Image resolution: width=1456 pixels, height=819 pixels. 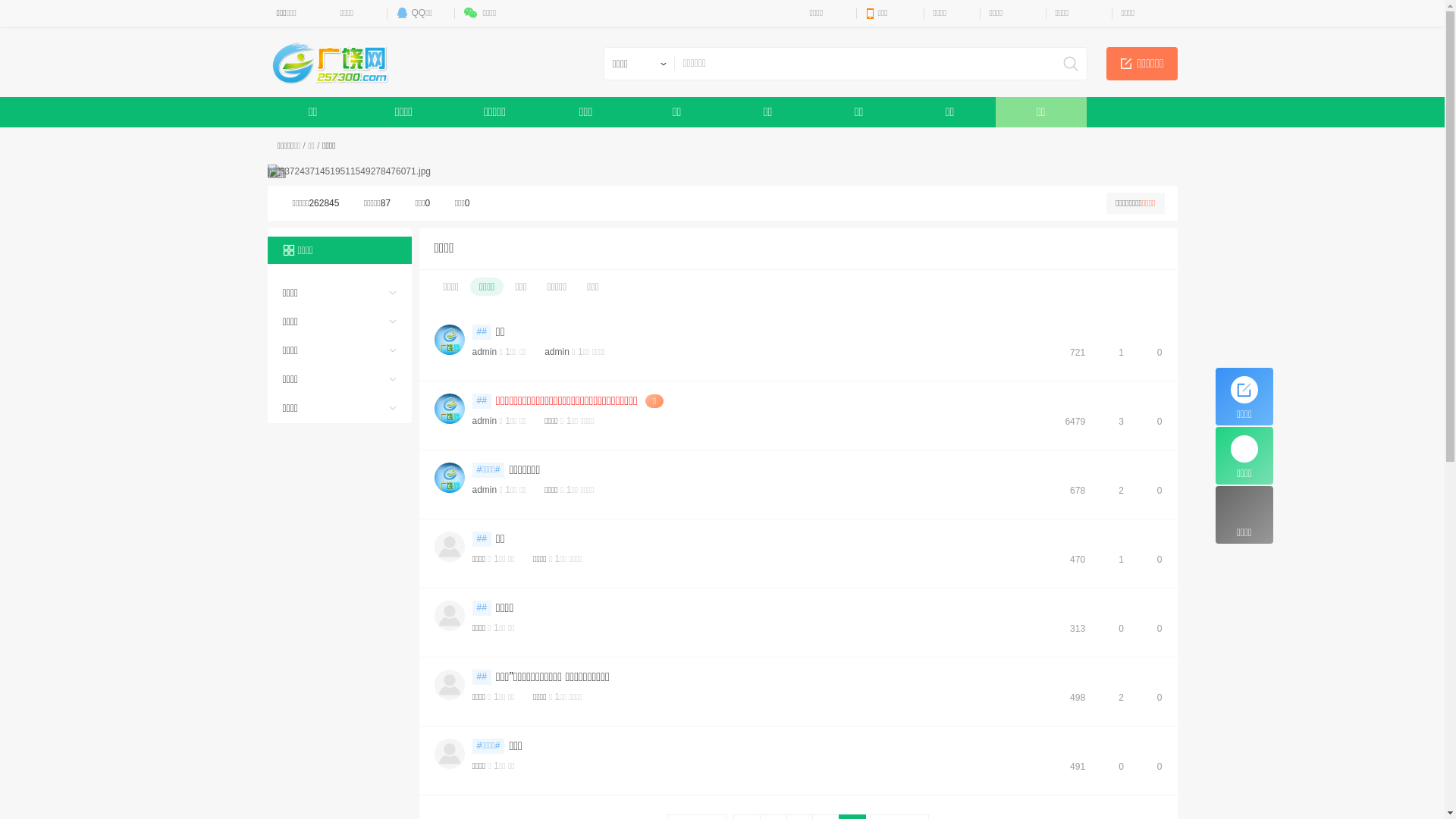 I want to click on '0', so click(x=1153, y=766).